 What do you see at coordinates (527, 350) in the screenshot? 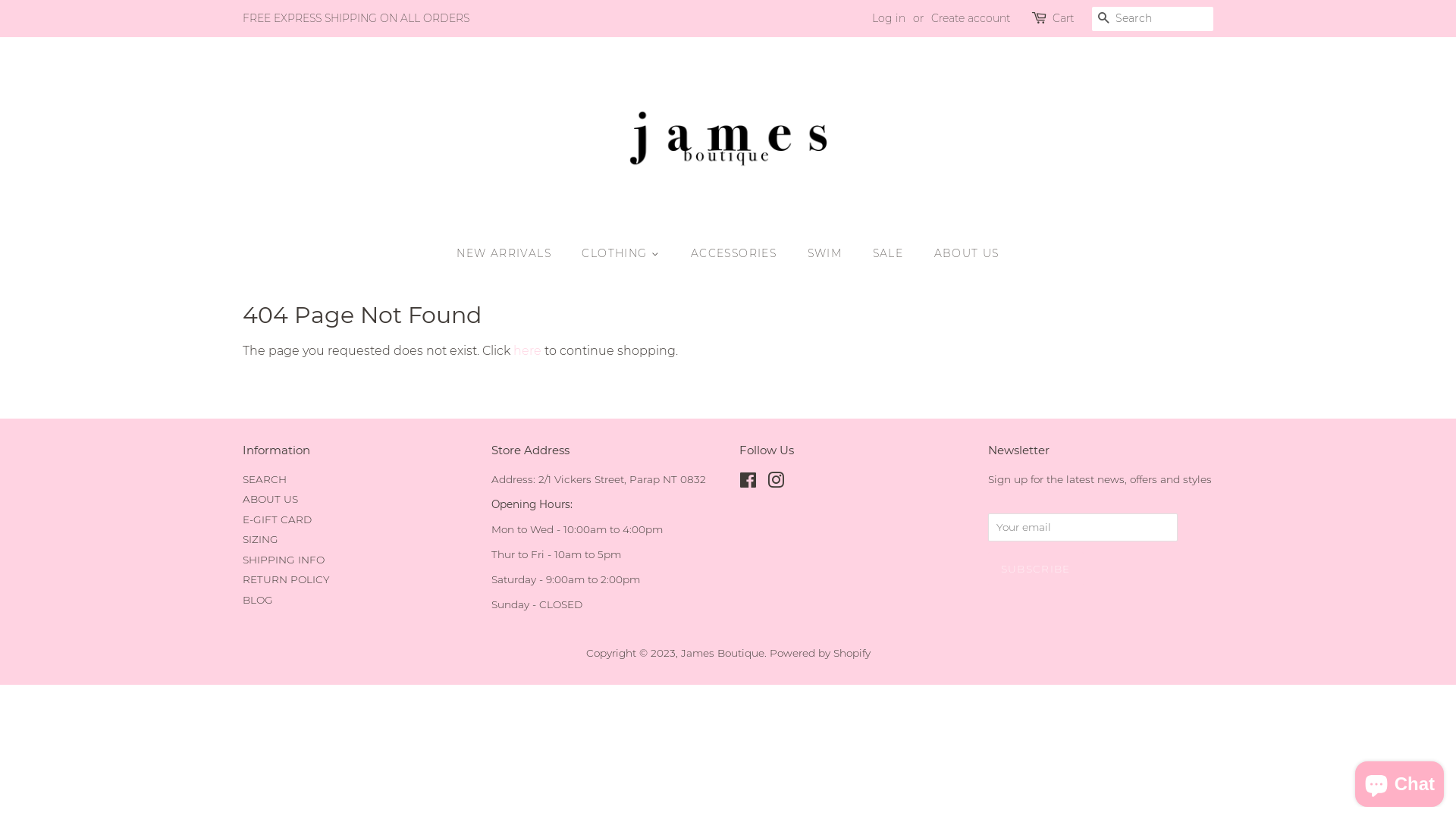
I see `'here'` at bounding box center [527, 350].